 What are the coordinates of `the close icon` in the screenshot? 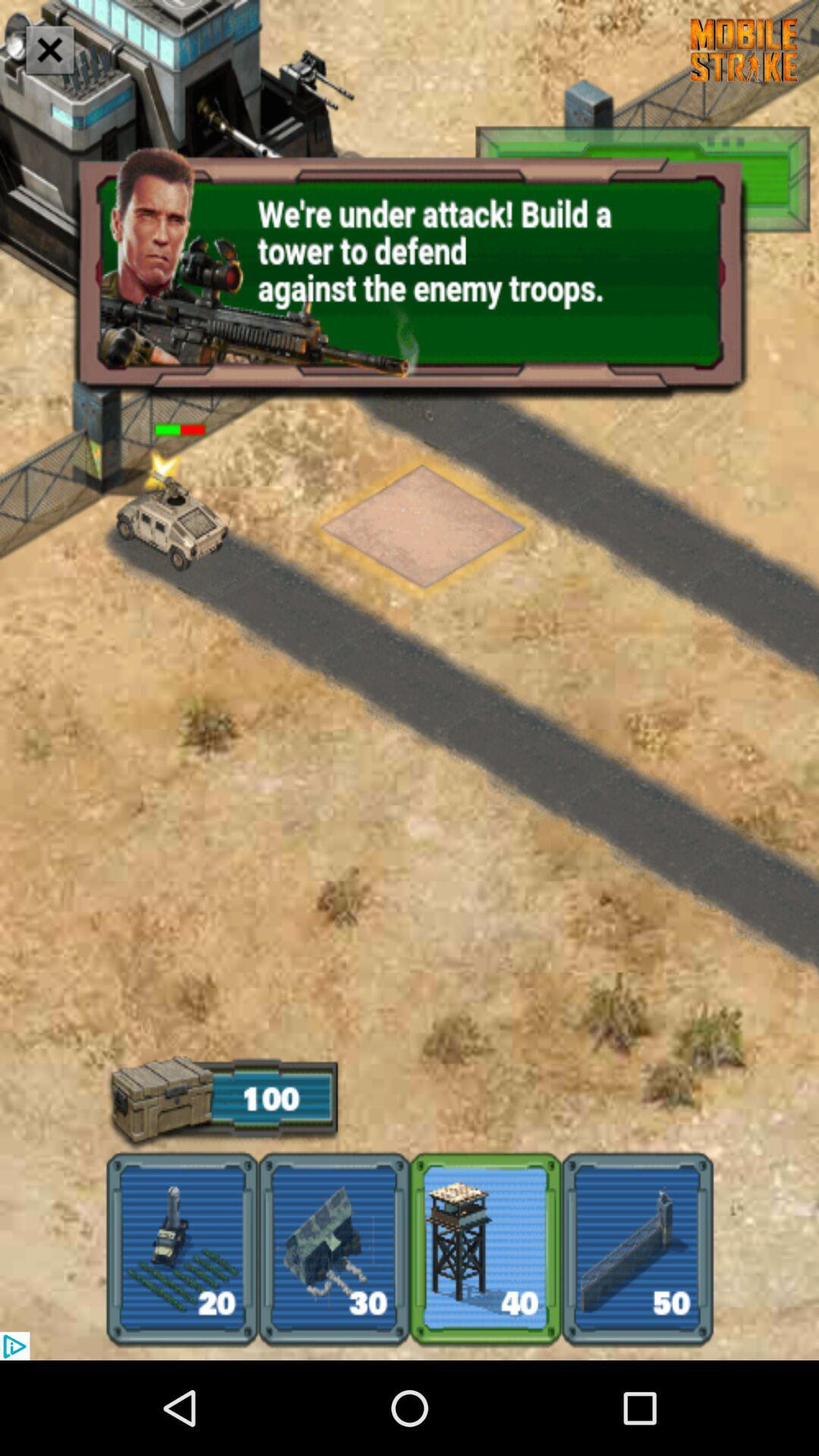 It's located at (69, 74).